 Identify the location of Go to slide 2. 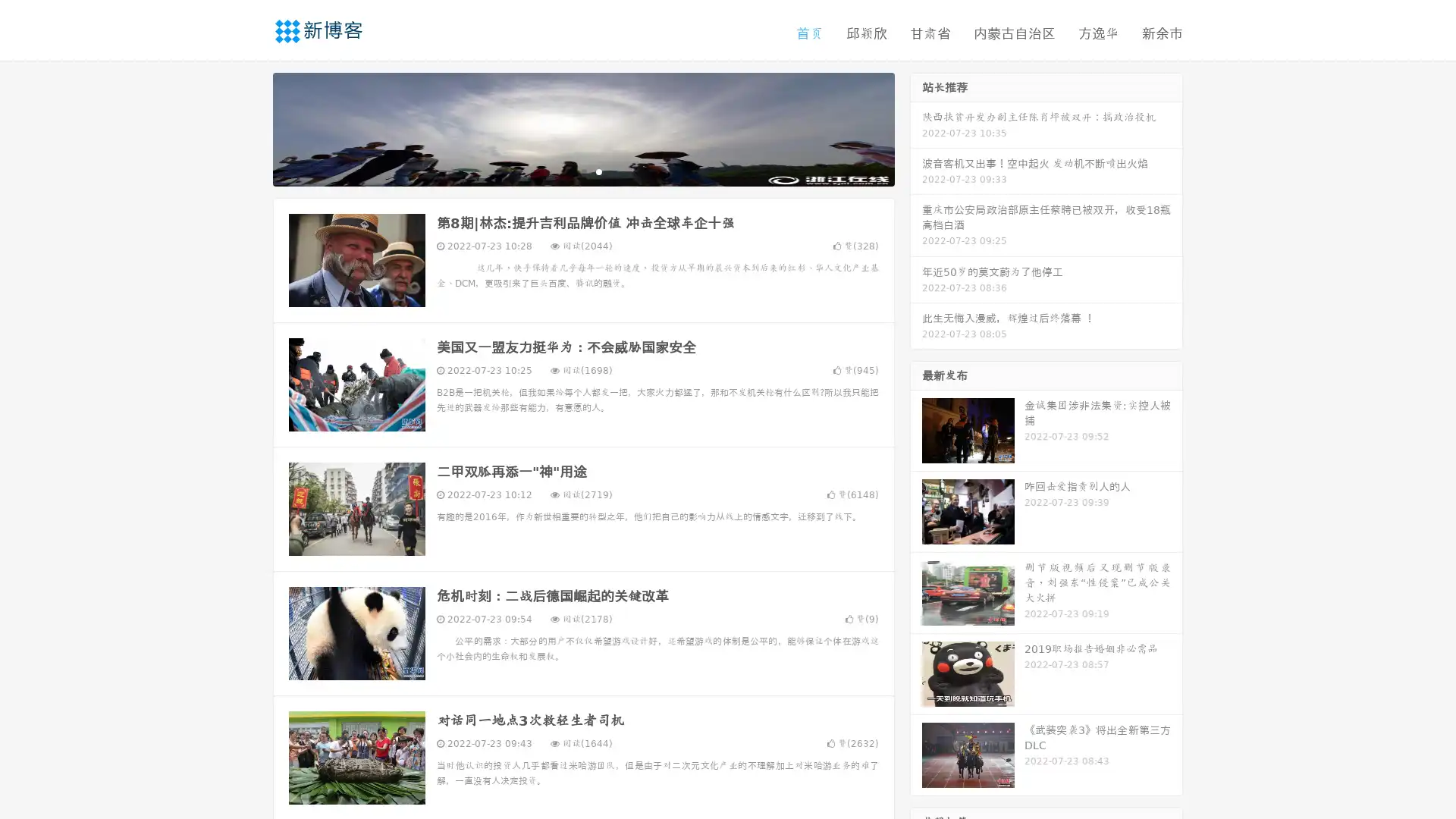
(582, 171).